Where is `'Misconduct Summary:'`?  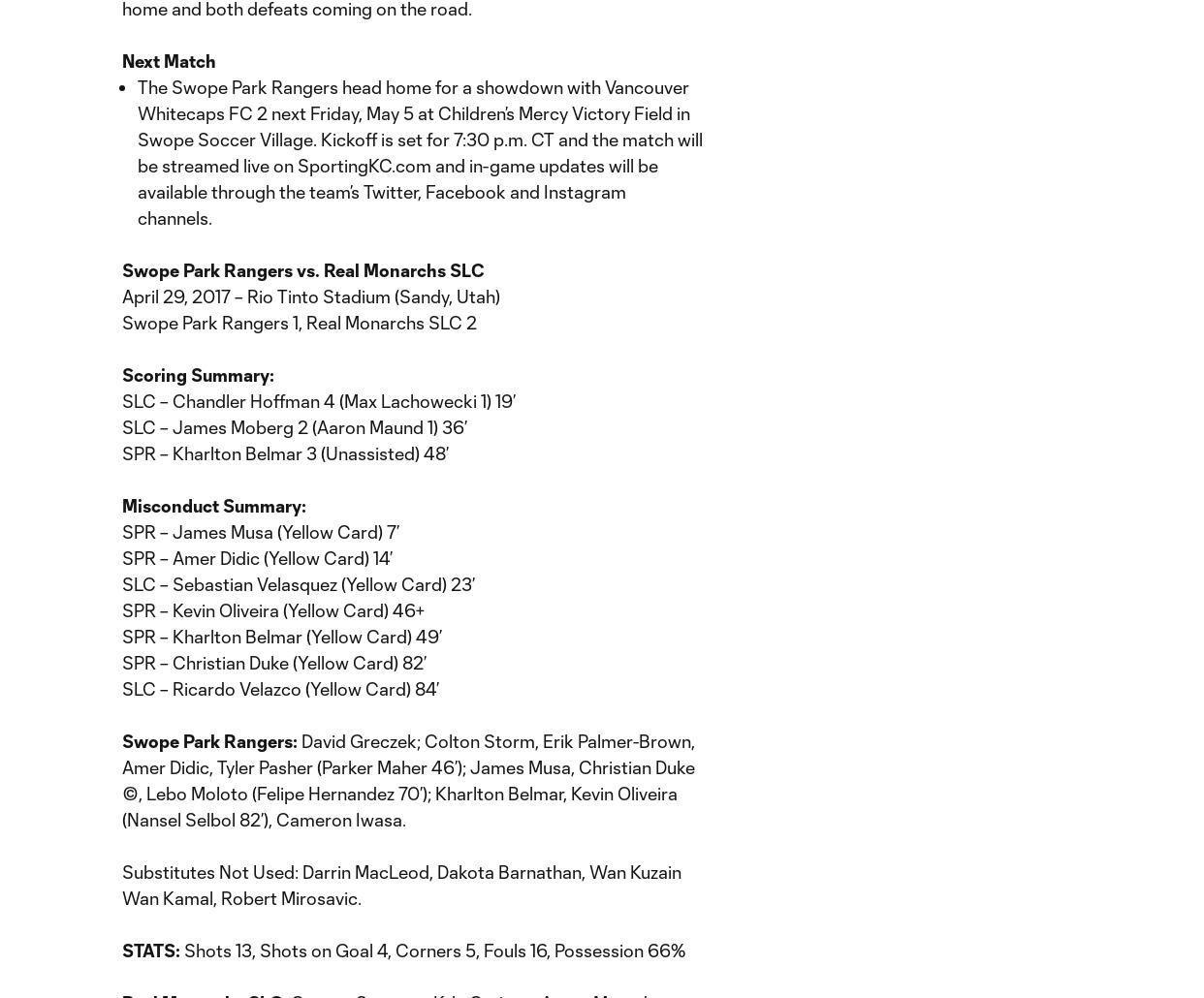
'Misconduct Summary:' is located at coordinates (212, 506).